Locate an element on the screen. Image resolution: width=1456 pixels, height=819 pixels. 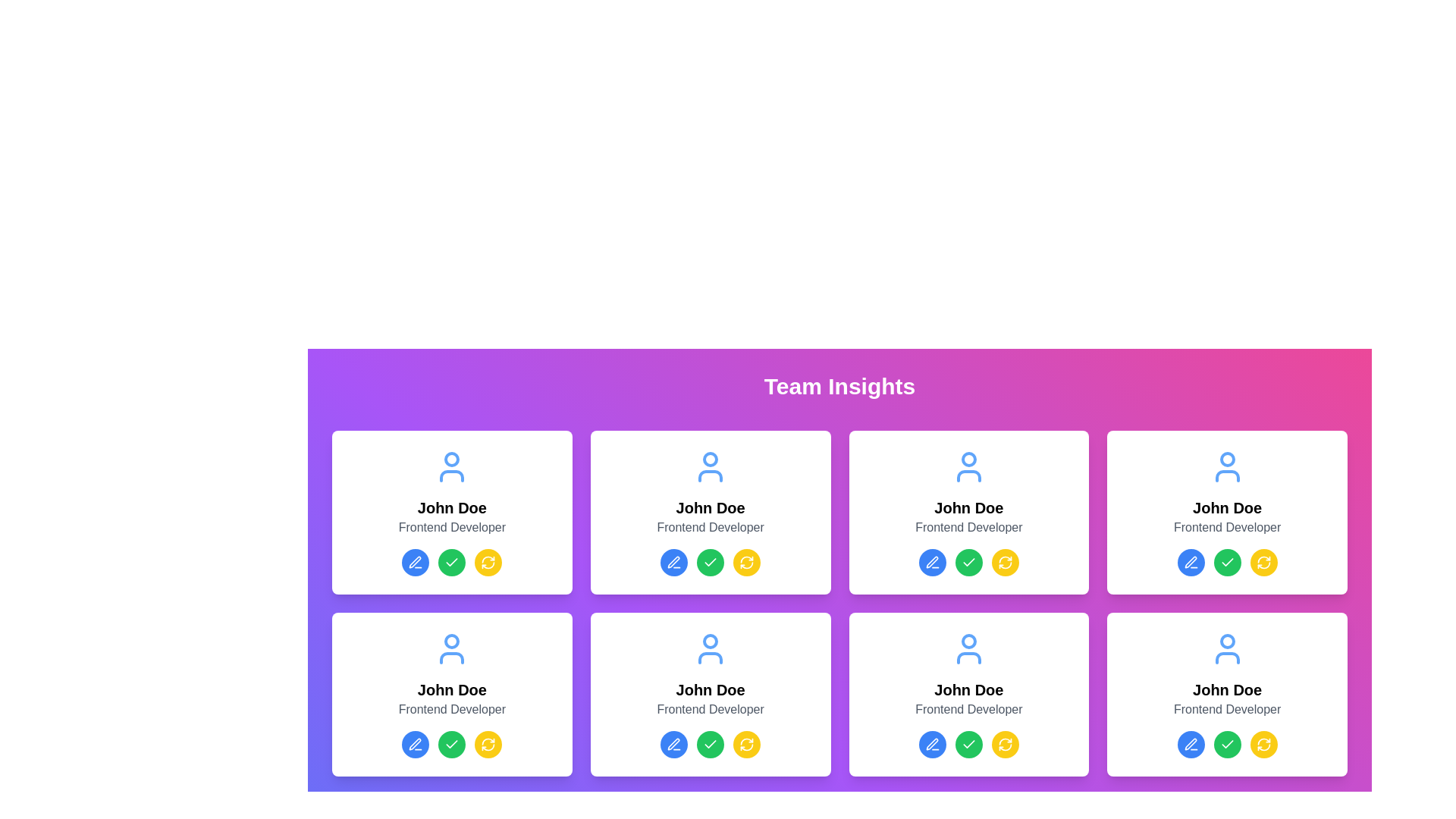
the yellow clockwise arrow icon button located at the bottom-right of the white card is located at coordinates (747, 744).